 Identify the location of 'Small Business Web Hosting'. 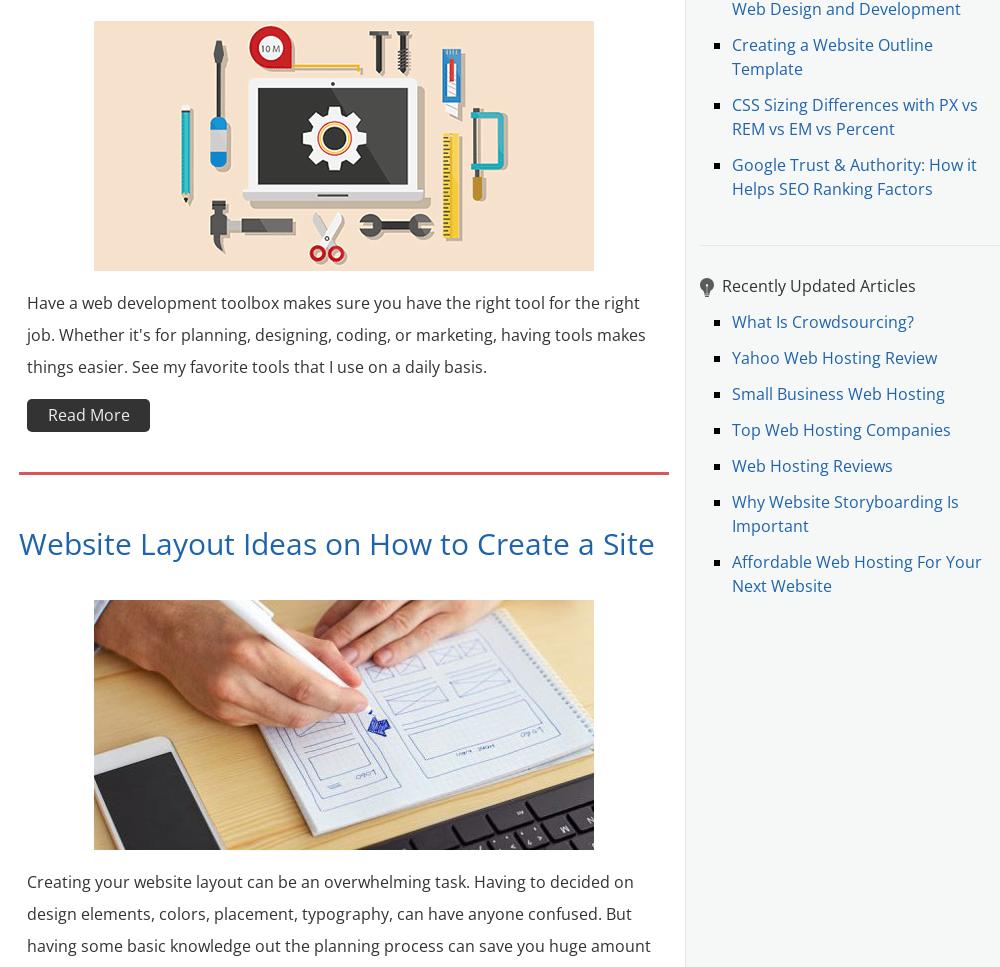
(837, 393).